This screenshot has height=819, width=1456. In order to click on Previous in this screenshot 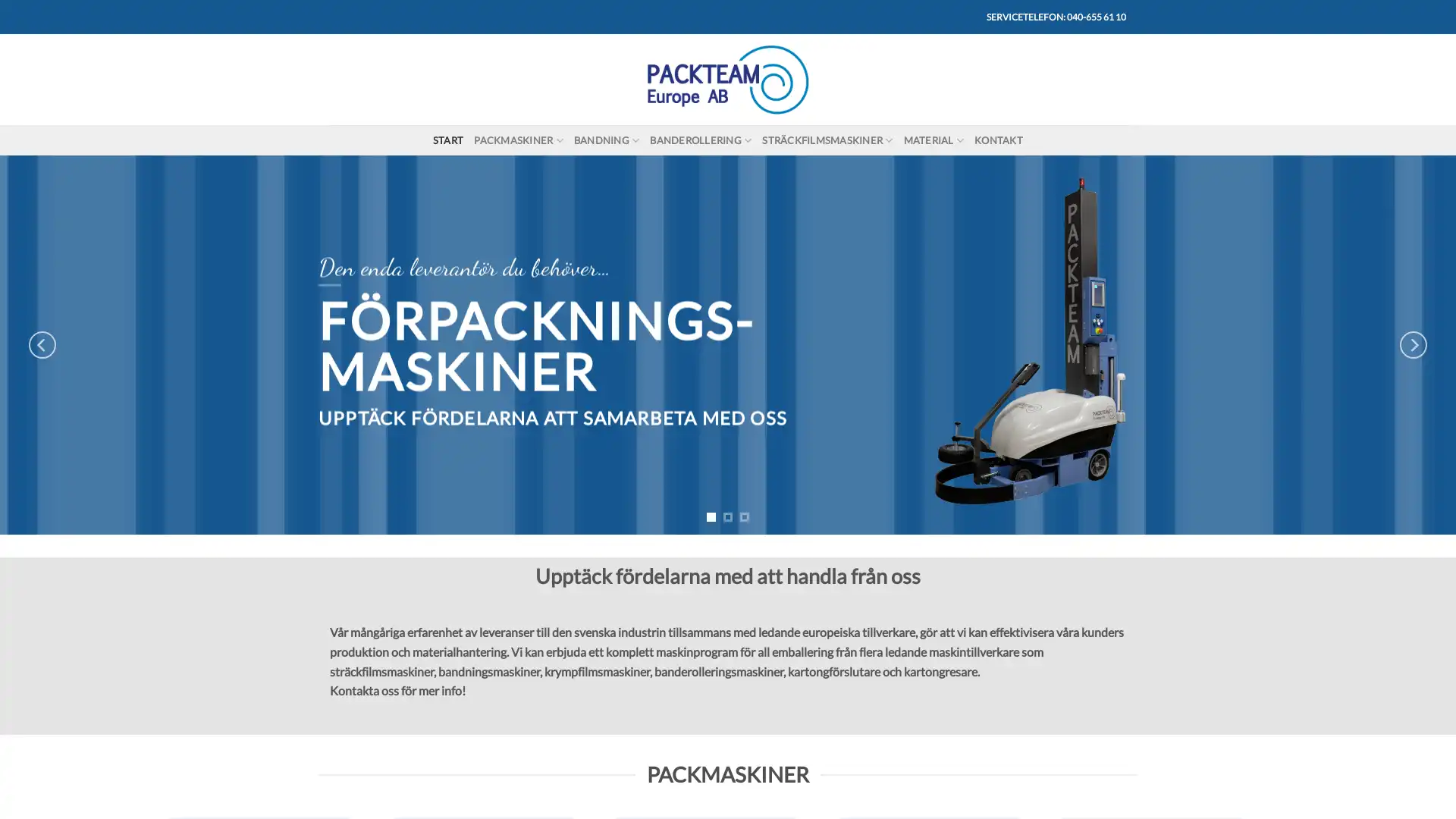, I will do `click(331, 570)`.